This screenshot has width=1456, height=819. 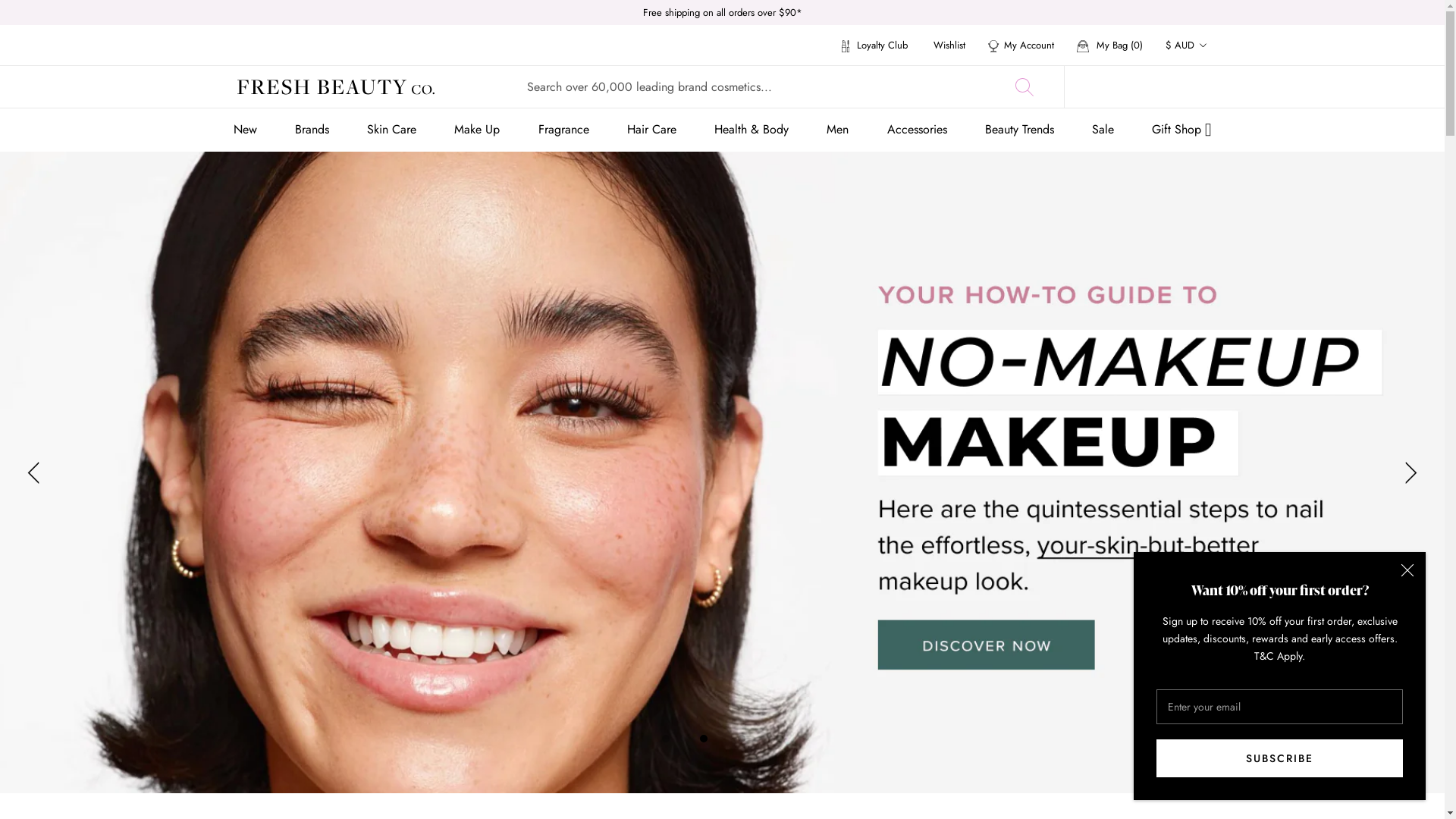 I want to click on 'Sale, so click(x=1103, y=128).